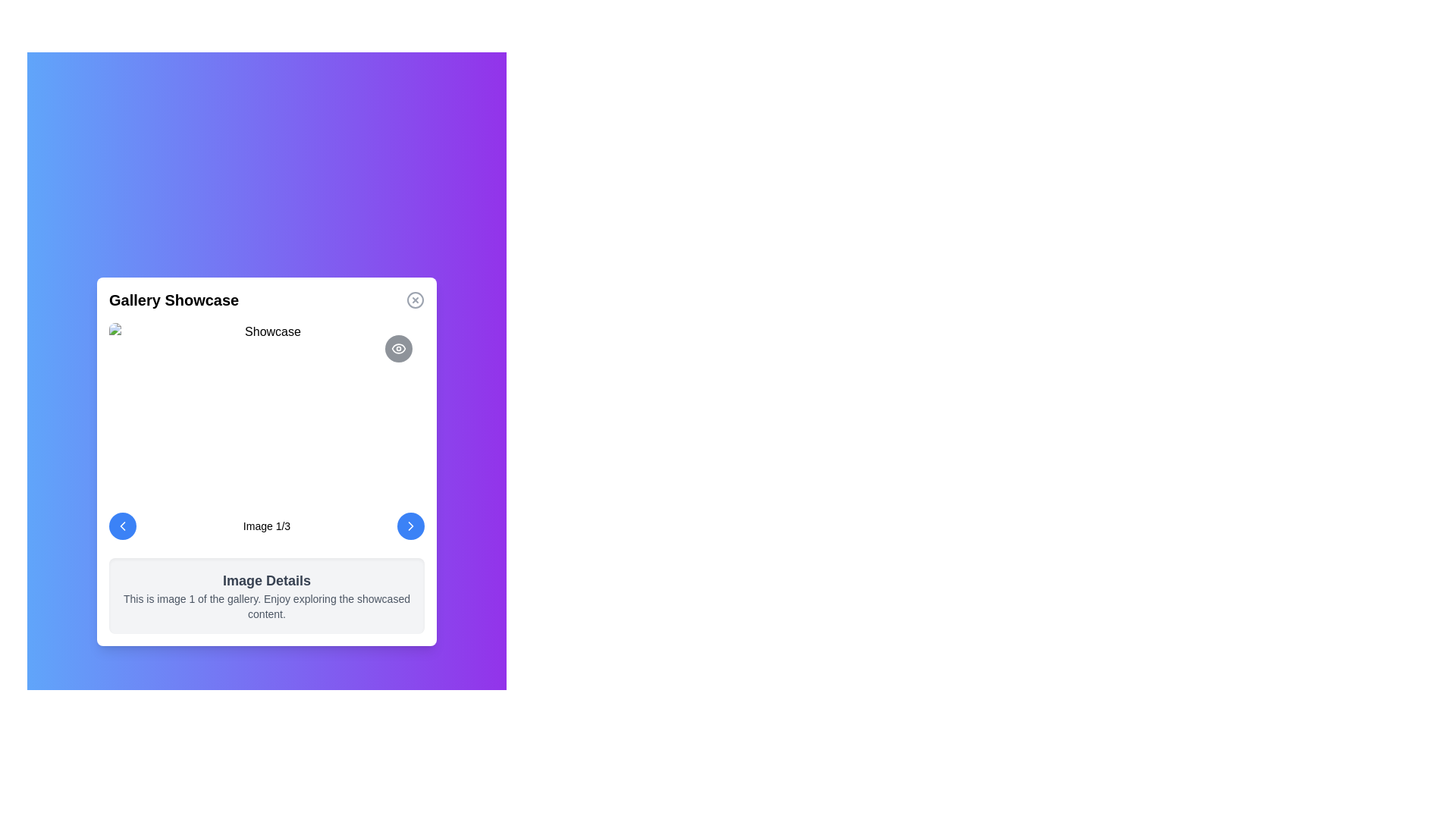 This screenshot has height=819, width=1456. I want to click on the outer arc of the eye-shaped icon located in the top-right corner of the modal dialog, which is part of a larger SVG image, so click(399, 348).